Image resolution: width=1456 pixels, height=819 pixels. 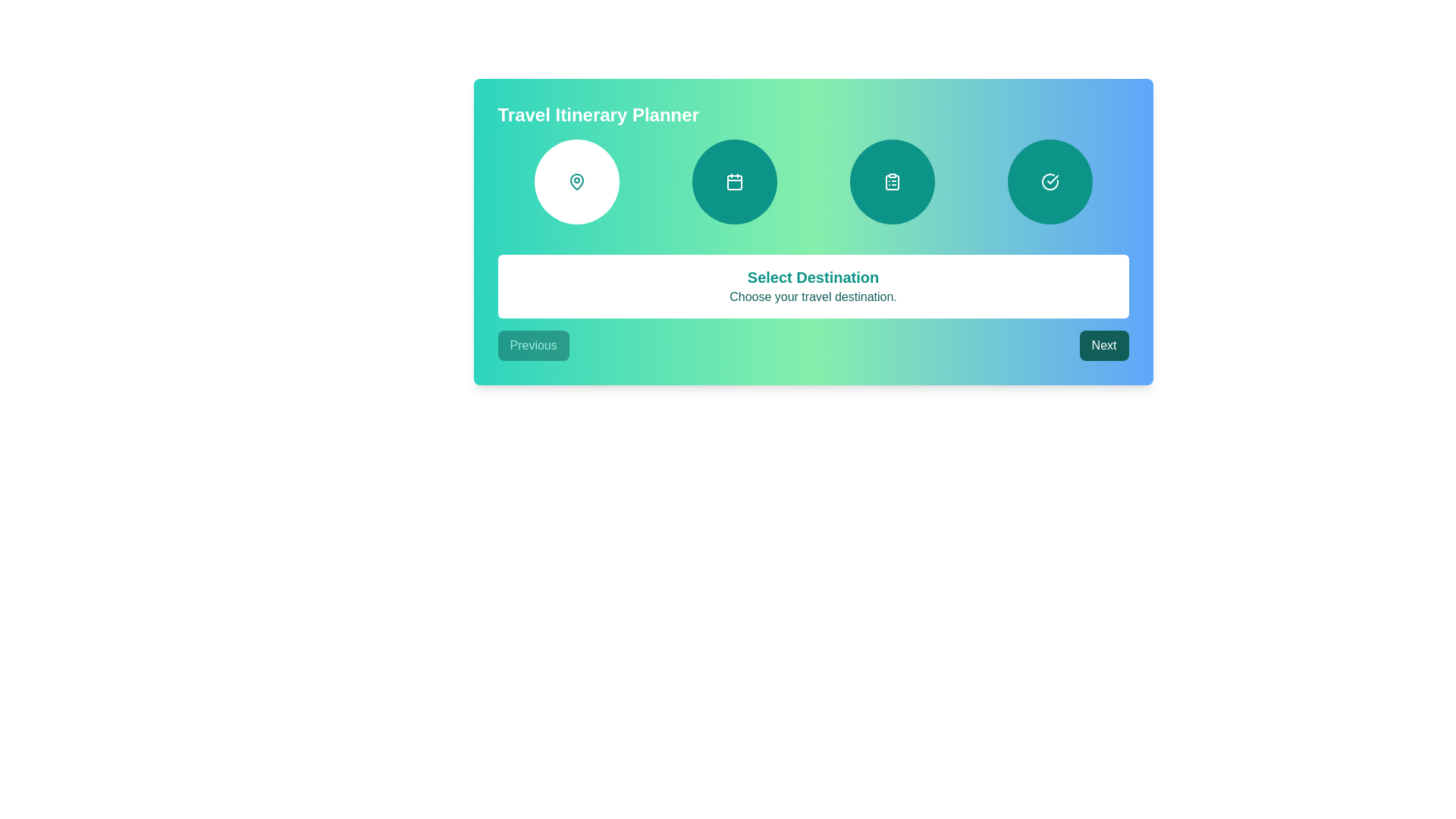 I want to click on the third circular button located between a calendar icon and a checkmark icon in the gradient section, so click(x=892, y=180).